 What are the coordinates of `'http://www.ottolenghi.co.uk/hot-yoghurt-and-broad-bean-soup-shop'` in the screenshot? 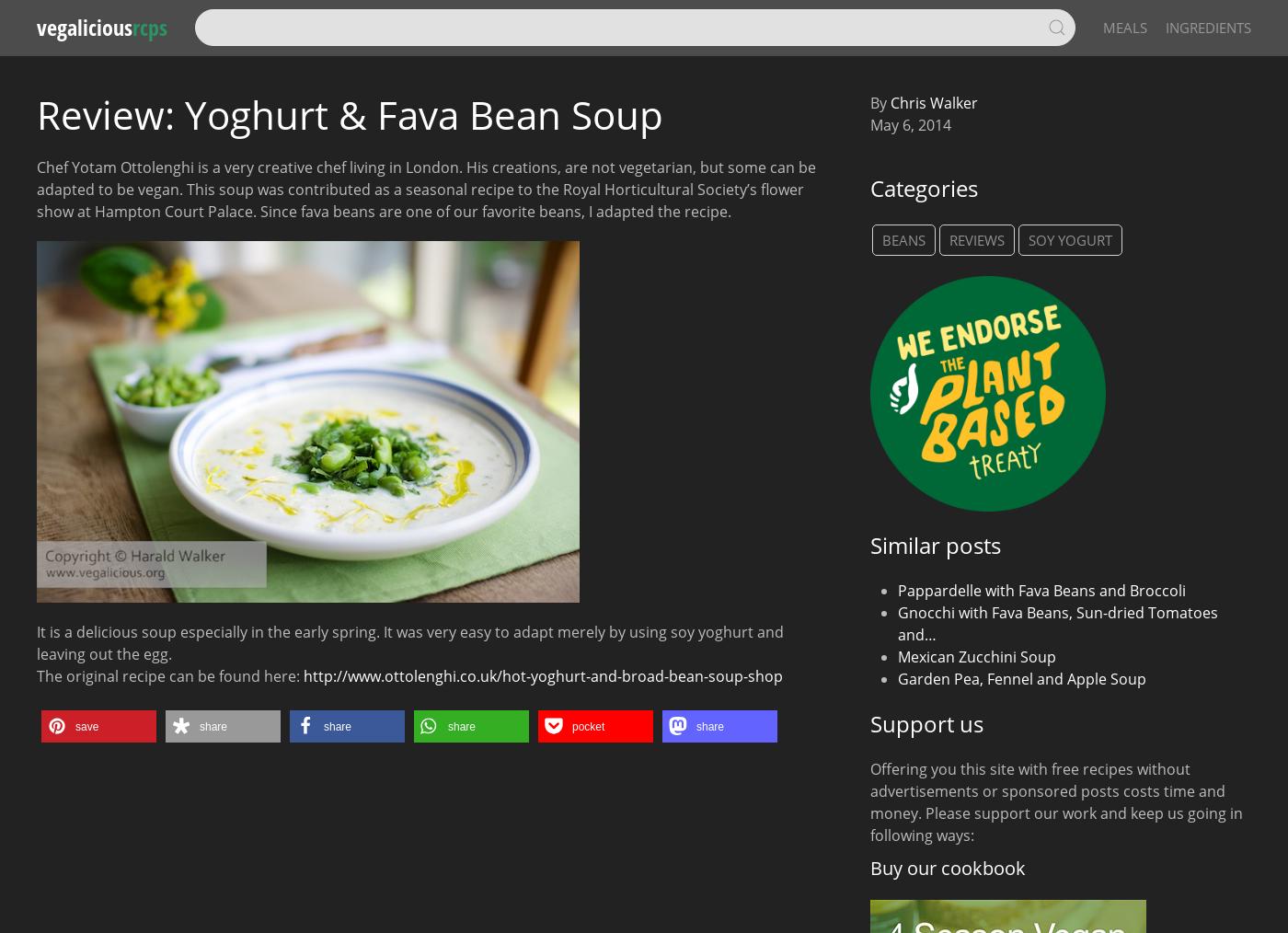 It's located at (543, 675).